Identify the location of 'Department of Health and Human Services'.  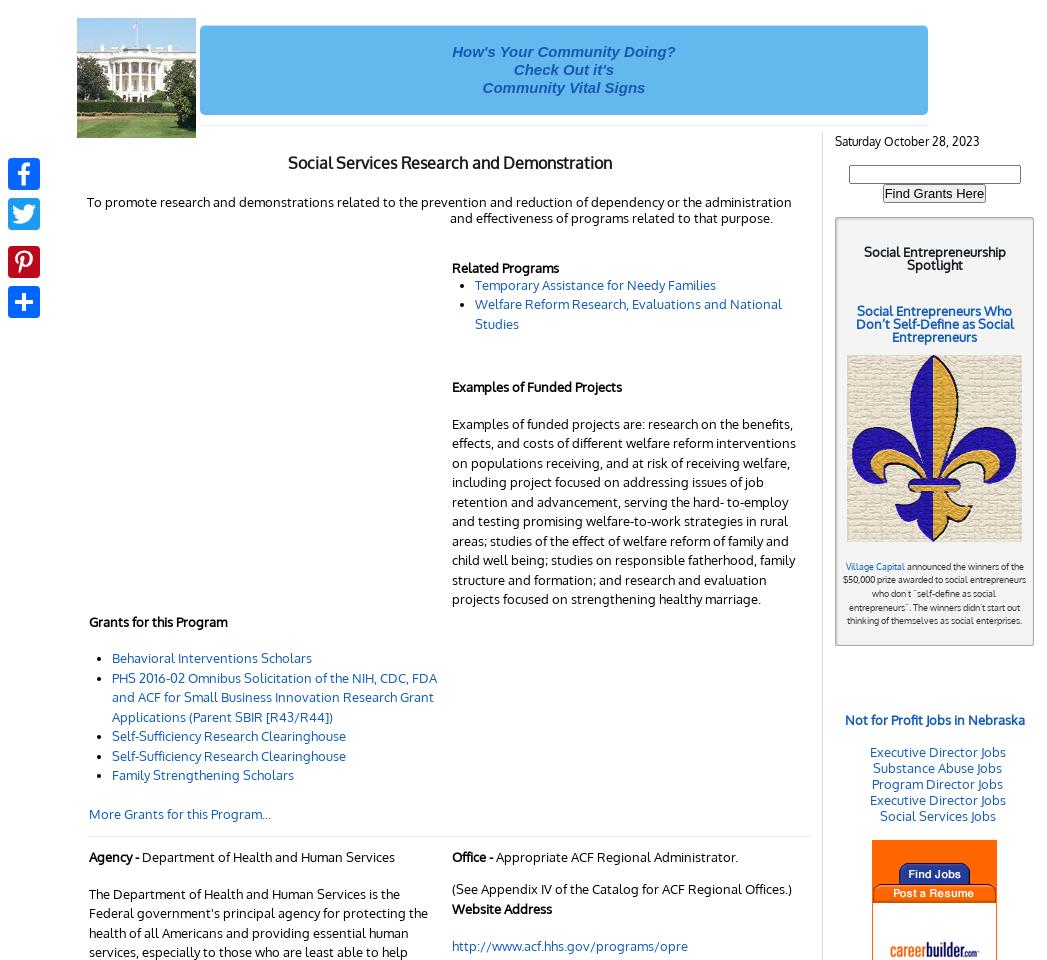
(268, 855).